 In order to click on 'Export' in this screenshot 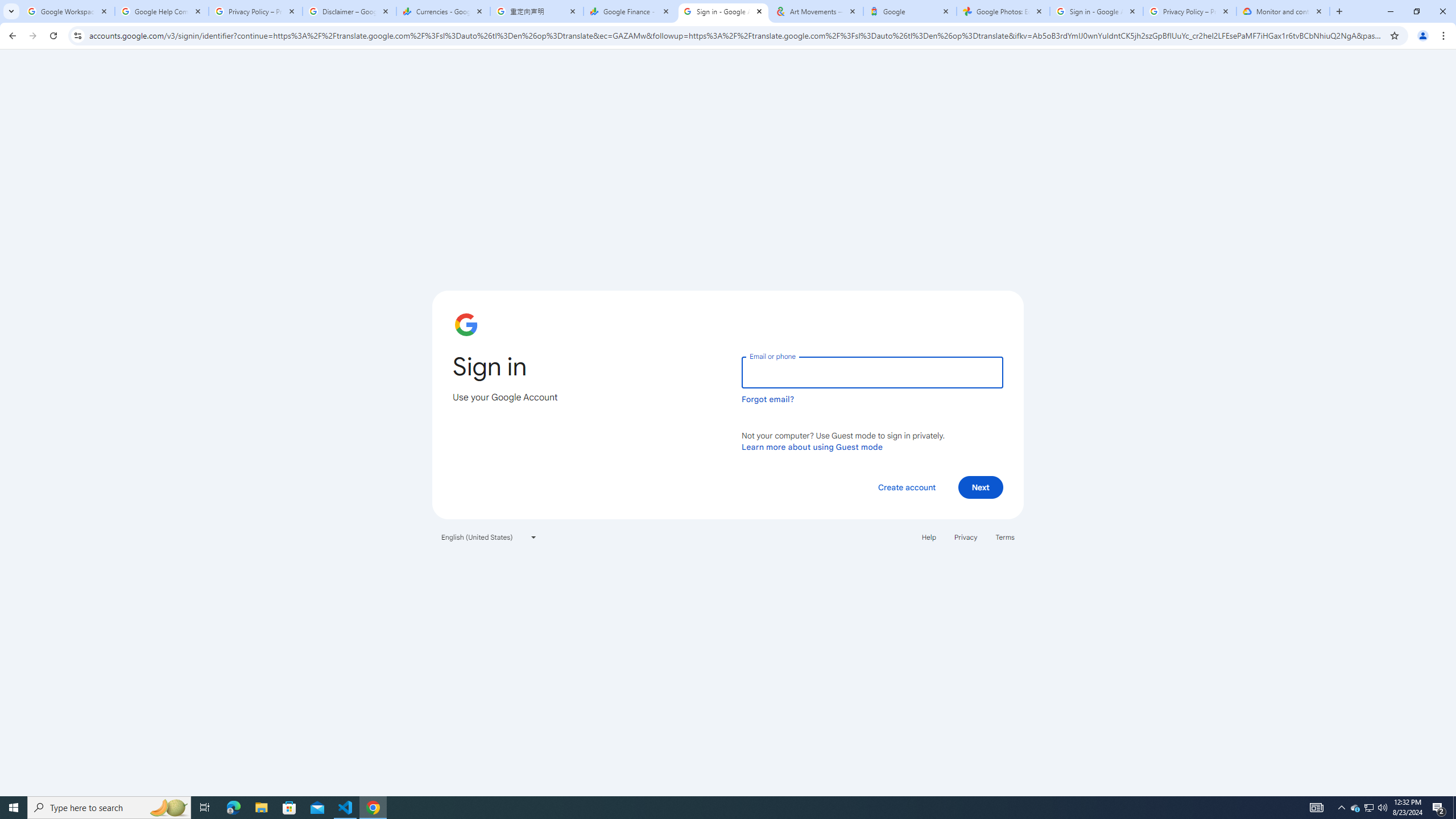, I will do `click(59, 536)`.